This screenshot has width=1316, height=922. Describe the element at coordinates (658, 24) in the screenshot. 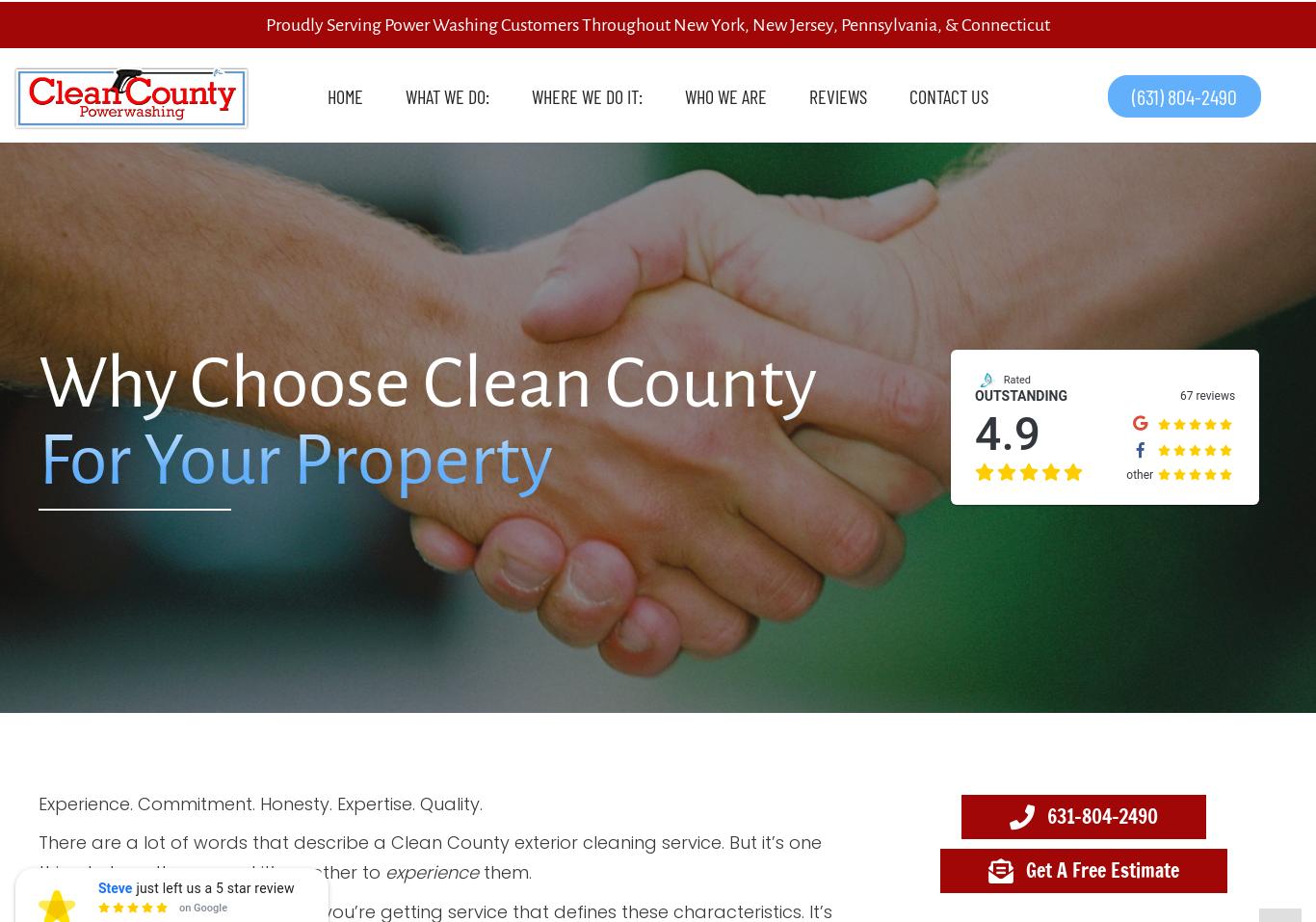

I see `'Proudly Serving Power Washing Customers Throughout New York, New Jersey, Pennsylvania, & Connecticut'` at that location.